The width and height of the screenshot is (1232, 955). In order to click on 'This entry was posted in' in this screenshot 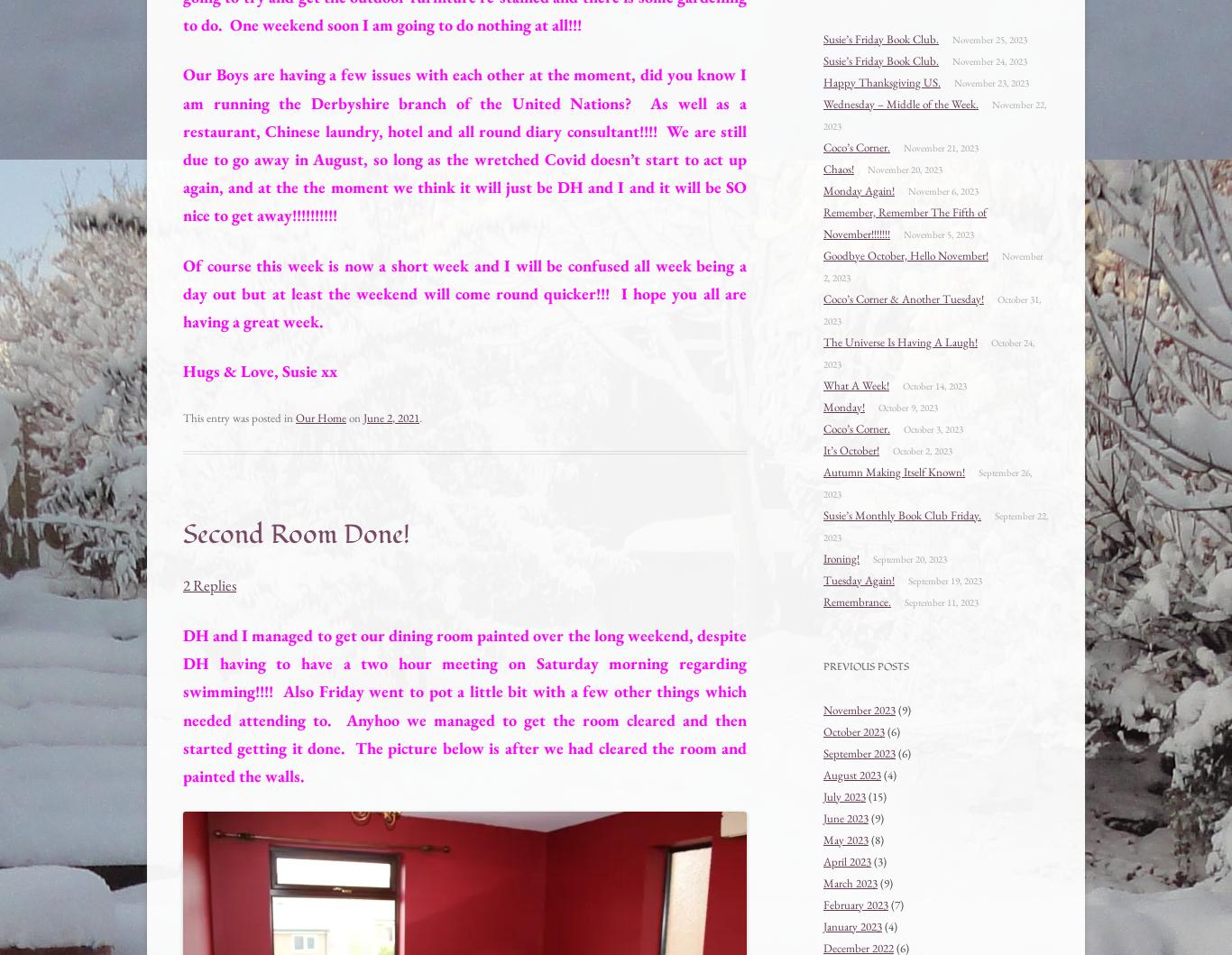, I will do `click(181, 417)`.